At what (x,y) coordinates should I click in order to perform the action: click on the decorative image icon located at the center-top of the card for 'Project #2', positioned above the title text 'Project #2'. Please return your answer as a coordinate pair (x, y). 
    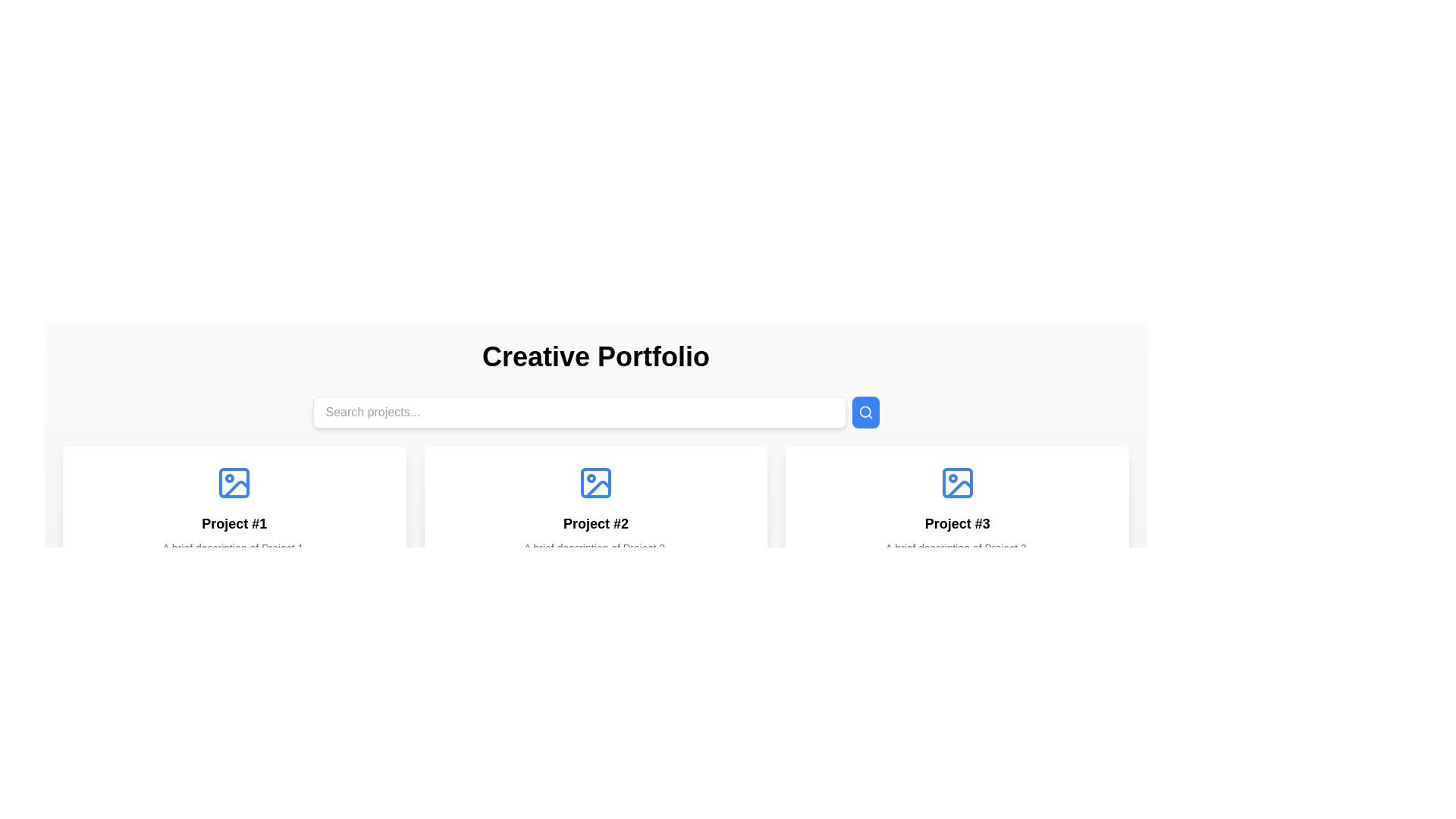
    Looking at the image, I should click on (595, 482).